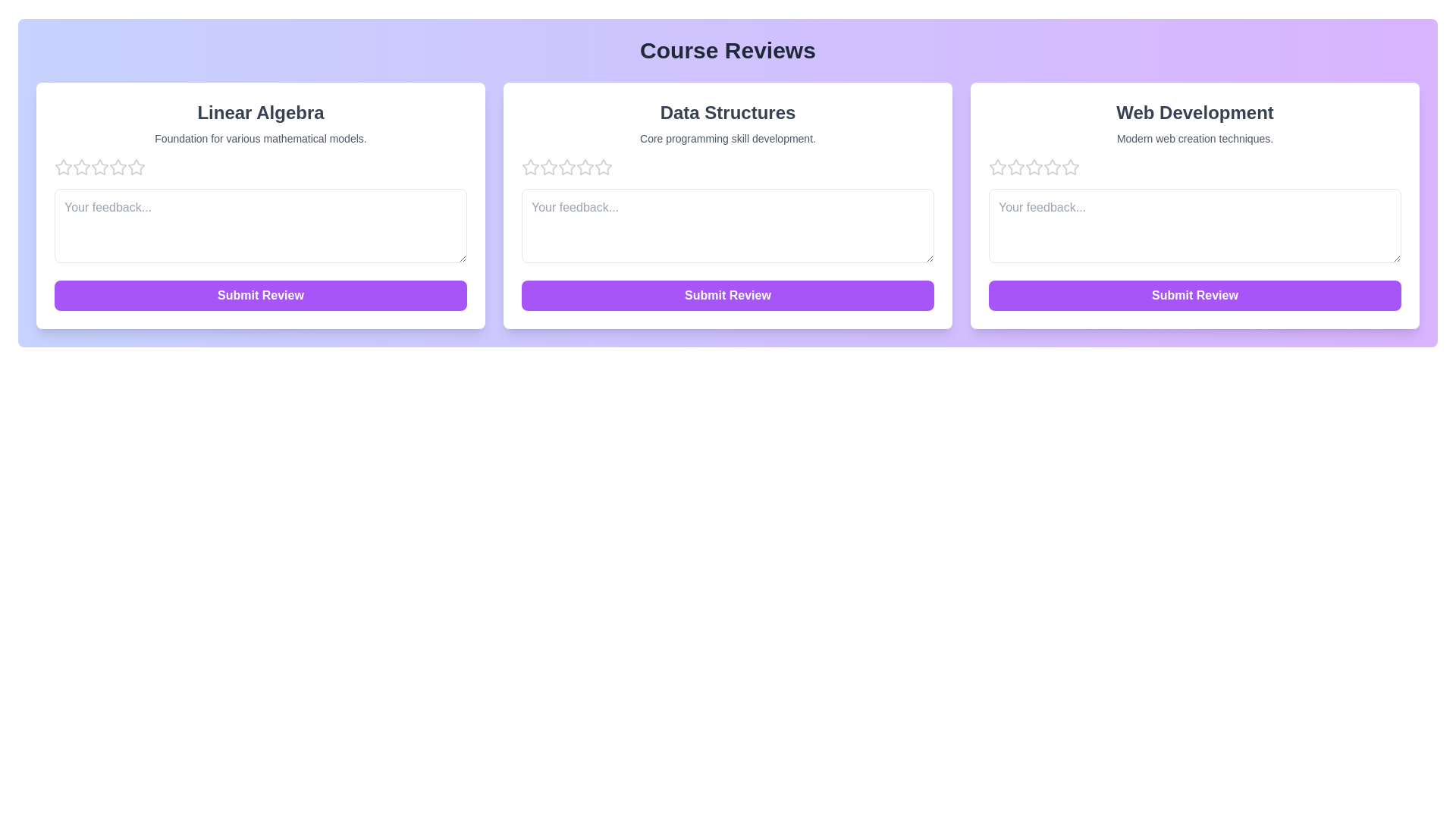 The image size is (1456, 819). What do you see at coordinates (261, 295) in the screenshot?
I see `the 'Submit Review' button for the selected course` at bounding box center [261, 295].